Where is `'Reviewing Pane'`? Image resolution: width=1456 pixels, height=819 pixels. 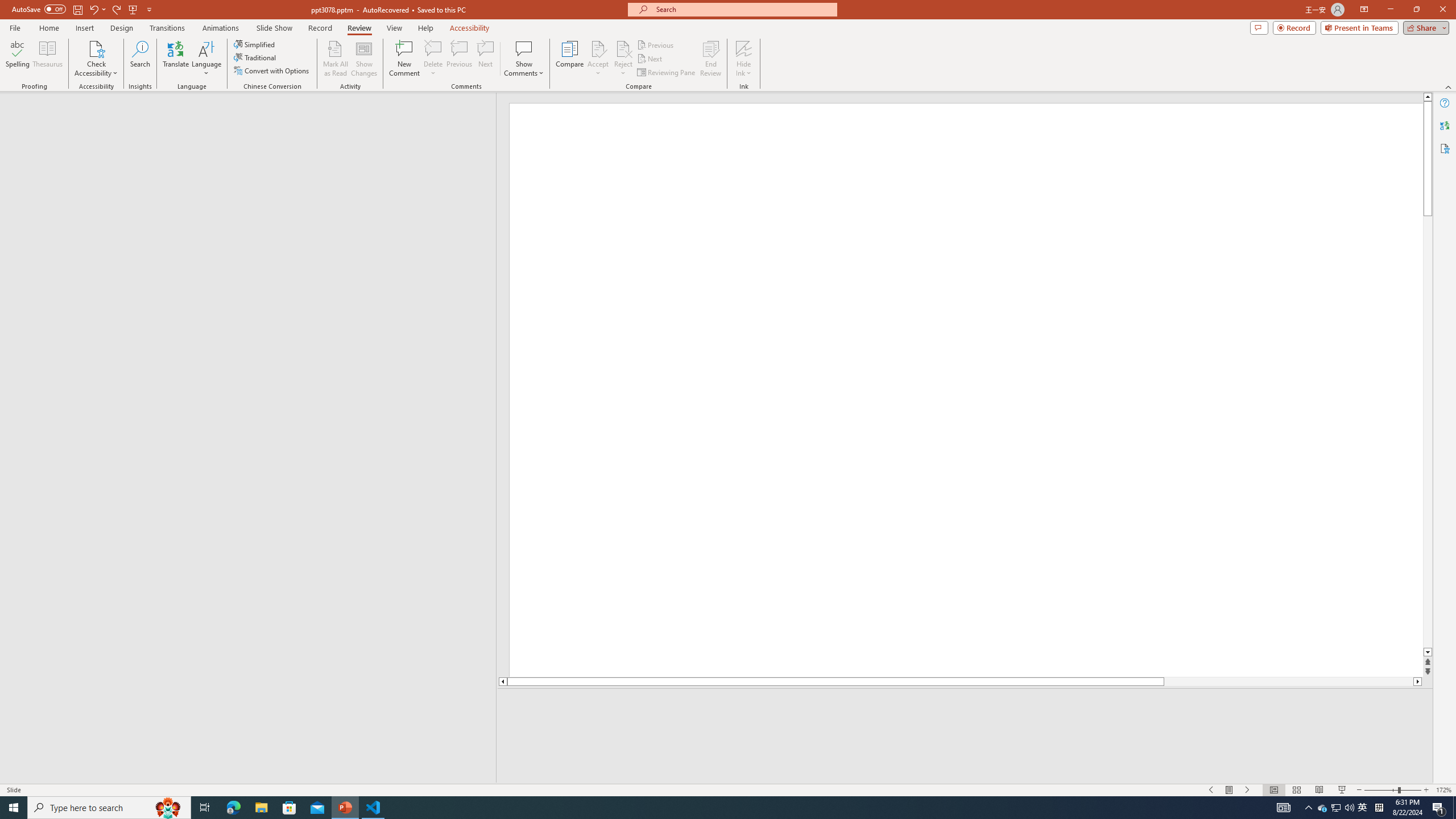 'Reviewing Pane' is located at coordinates (666, 72).